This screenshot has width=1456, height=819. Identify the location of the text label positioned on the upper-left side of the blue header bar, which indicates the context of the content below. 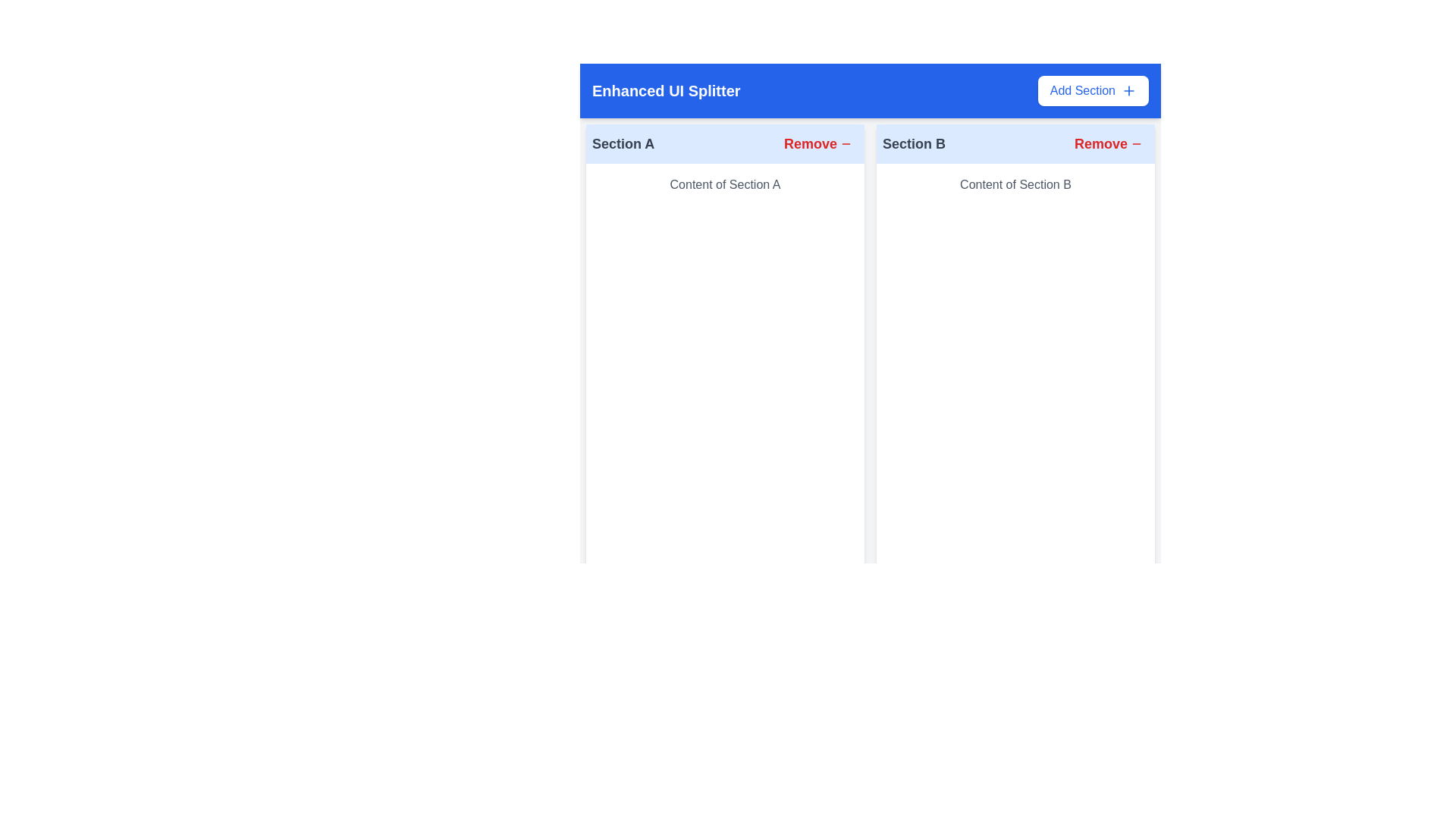
(666, 90).